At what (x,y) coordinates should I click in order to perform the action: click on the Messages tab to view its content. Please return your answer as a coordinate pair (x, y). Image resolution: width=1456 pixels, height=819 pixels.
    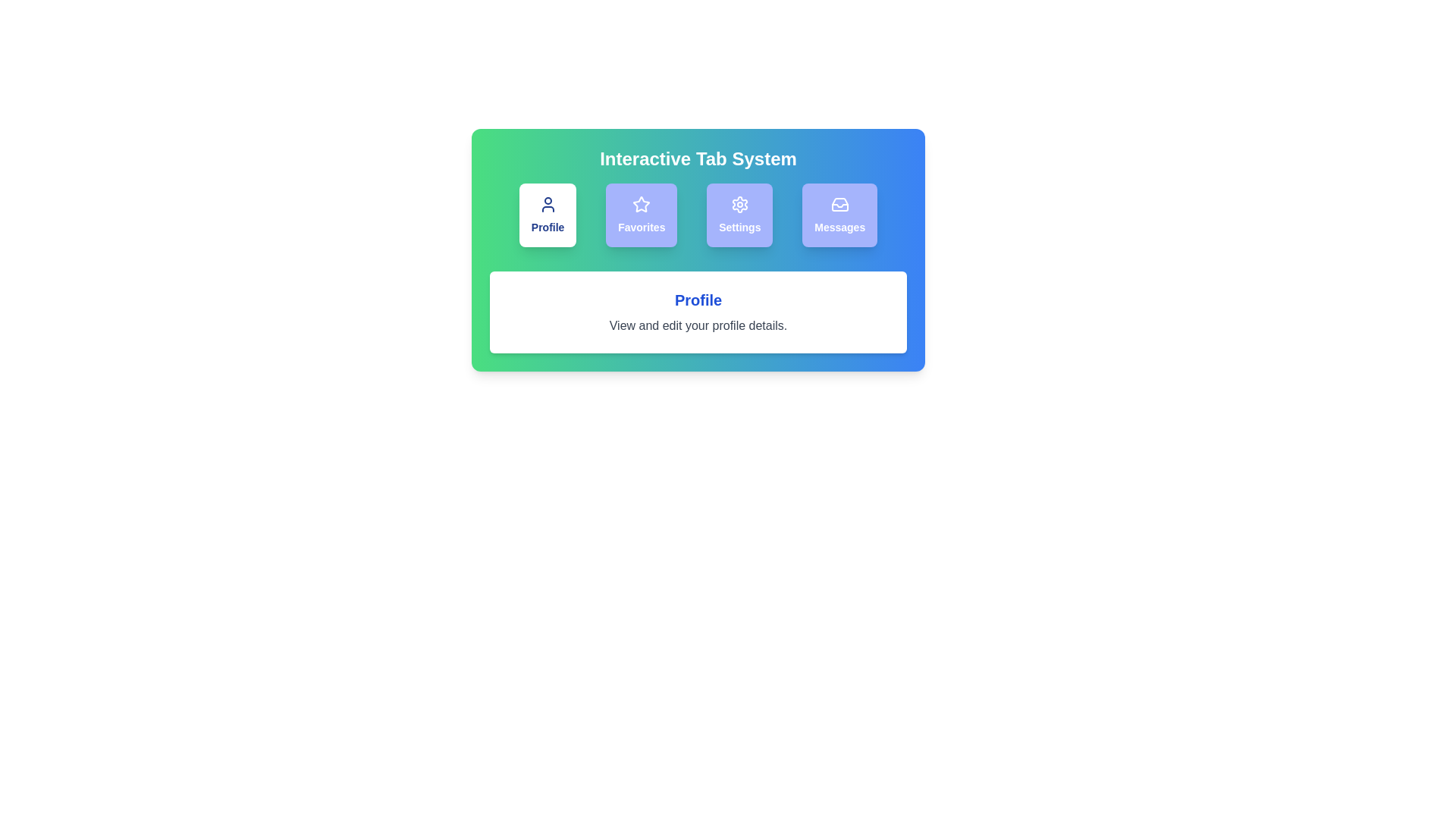
    Looking at the image, I should click on (839, 215).